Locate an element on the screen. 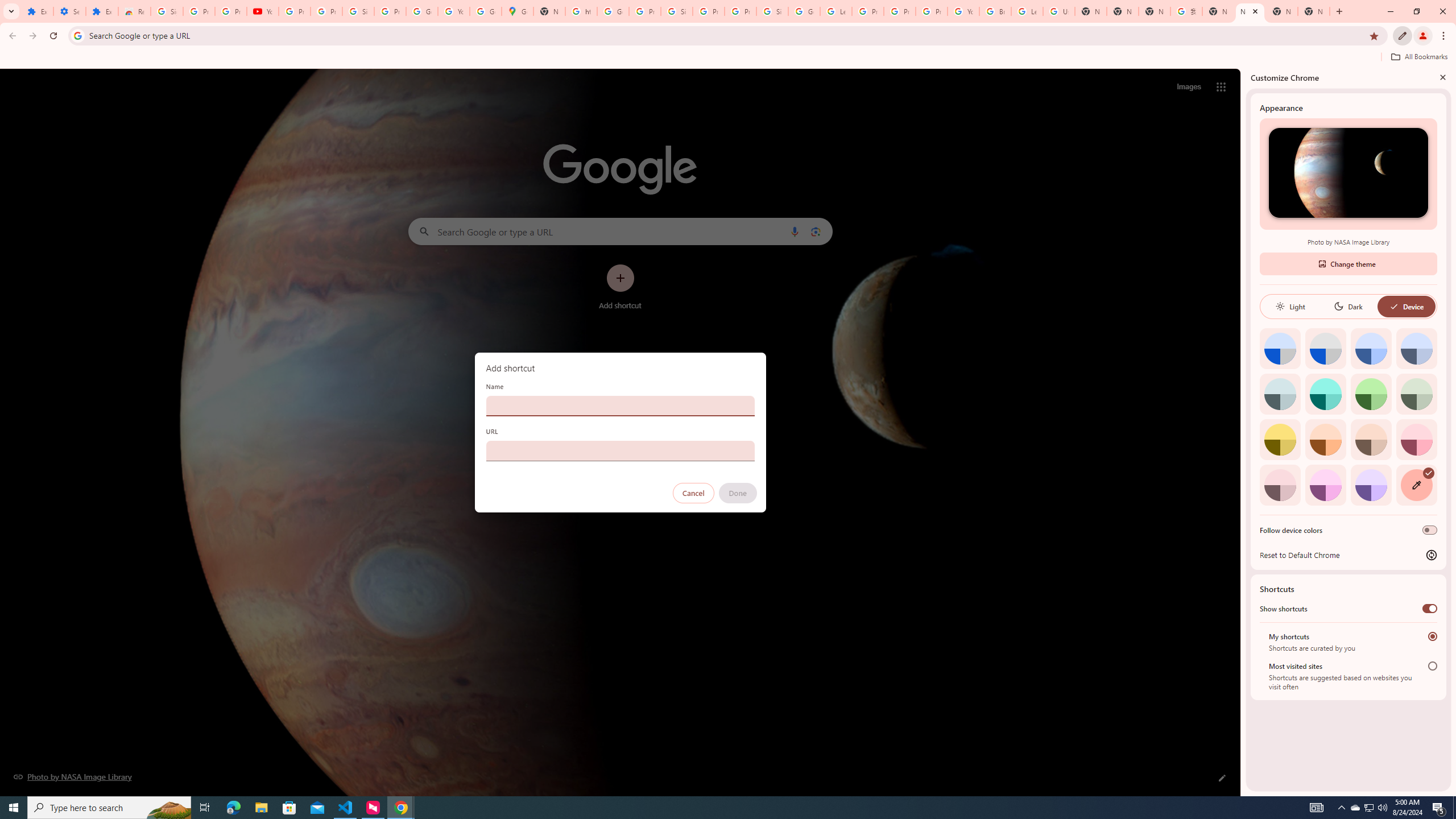 The height and width of the screenshot is (819, 1456). 'Customize Chrome' is located at coordinates (1403, 35).